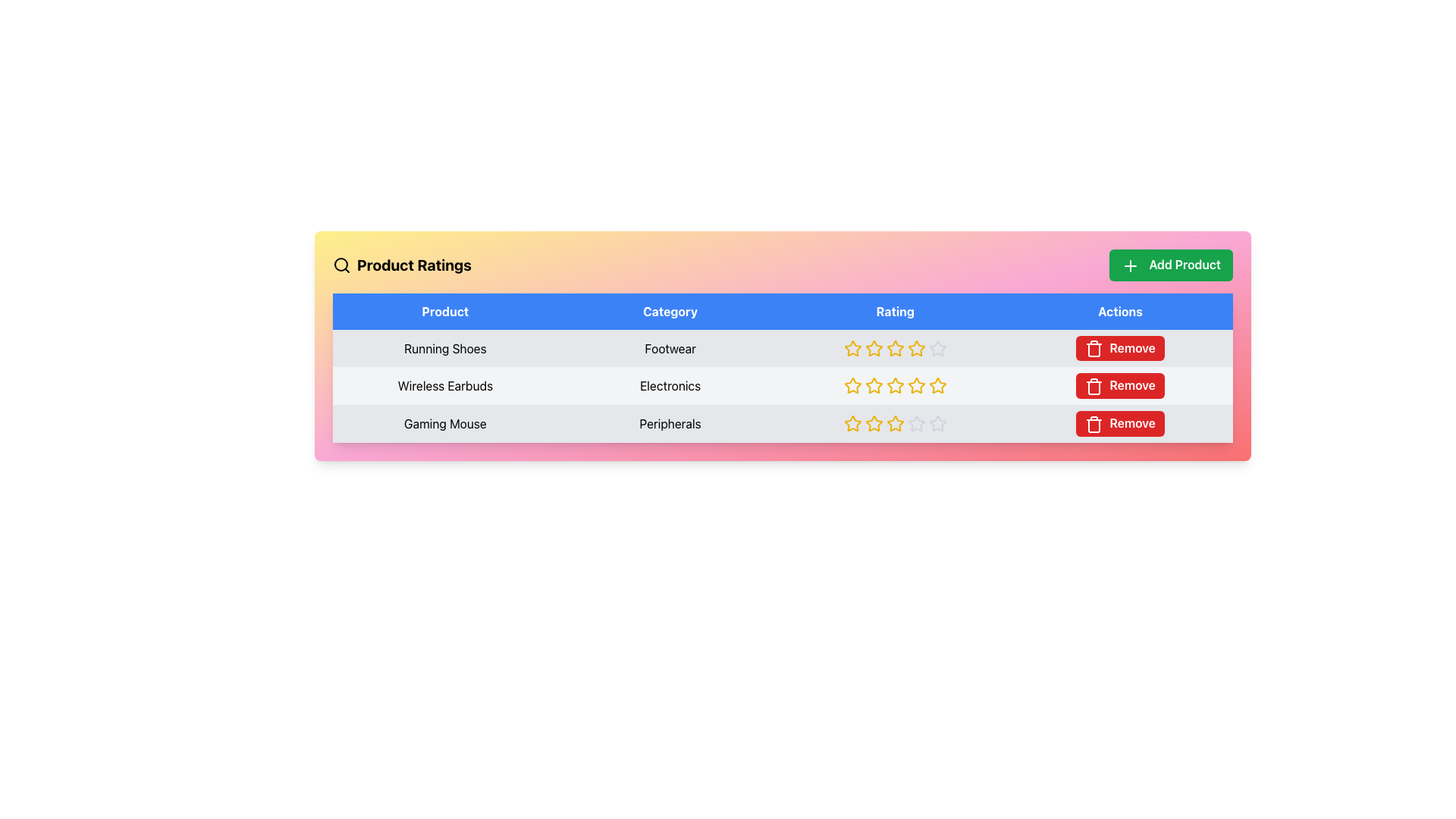 This screenshot has width=1456, height=819. What do you see at coordinates (937, 385) in the screenshot?
I see `the fourth rating star icon for the 'Wireless Earbuds' product` at bounding box center [937, 385].